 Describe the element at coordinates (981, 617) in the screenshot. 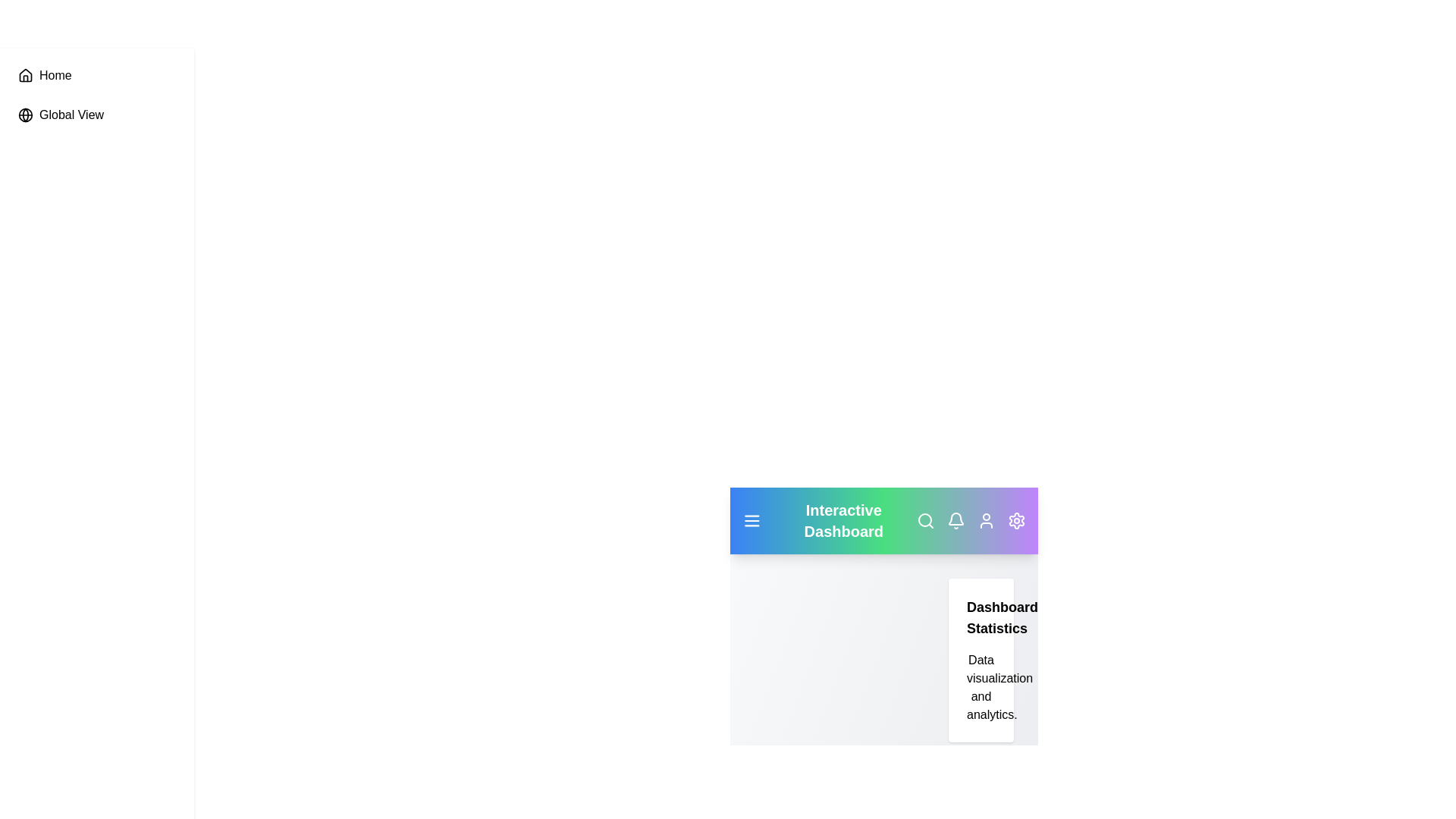

I see `the text 'Dashboard Statistics' to select it` at that location.